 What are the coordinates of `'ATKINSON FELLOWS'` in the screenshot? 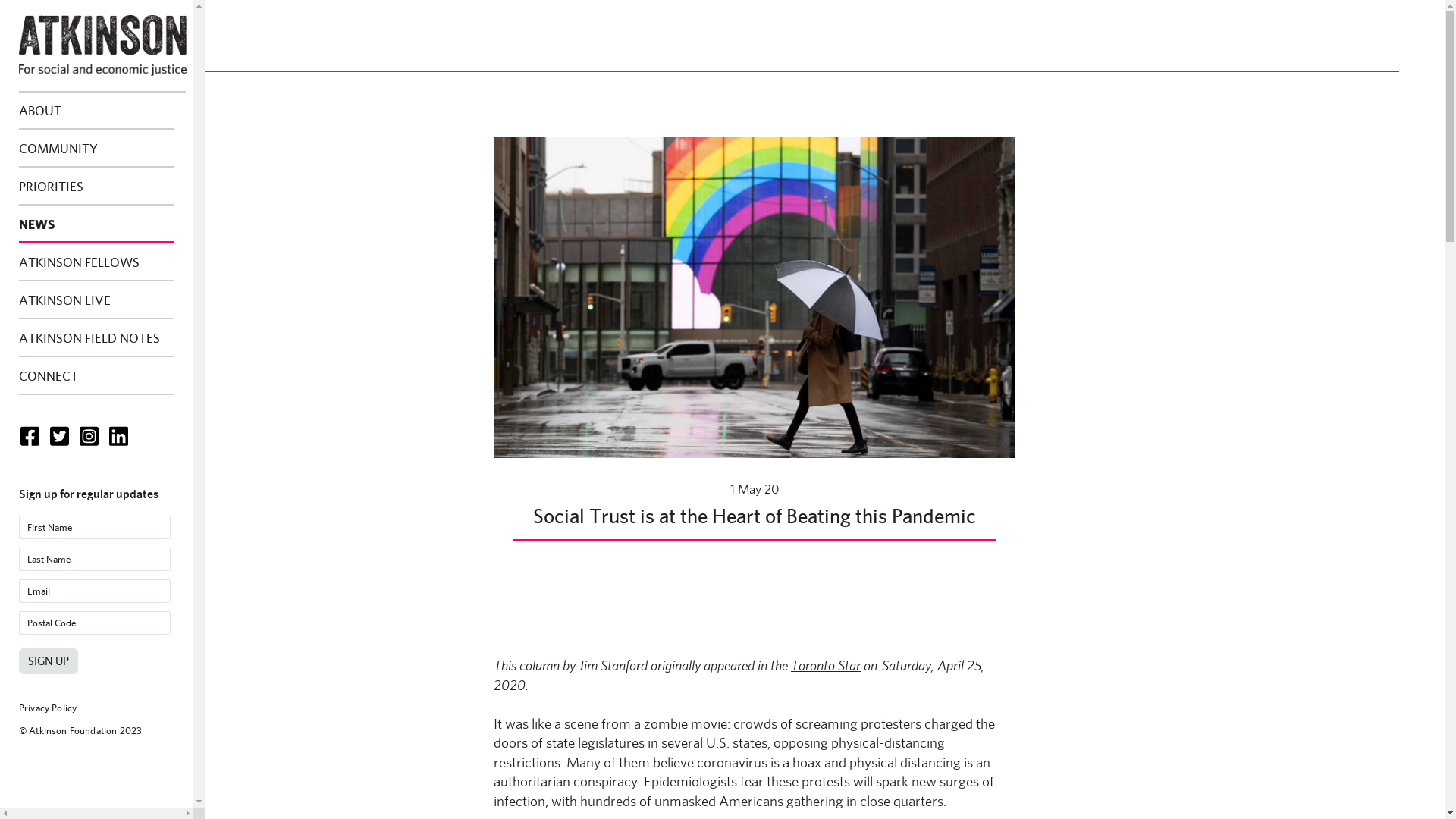 It's located at (96, 262).